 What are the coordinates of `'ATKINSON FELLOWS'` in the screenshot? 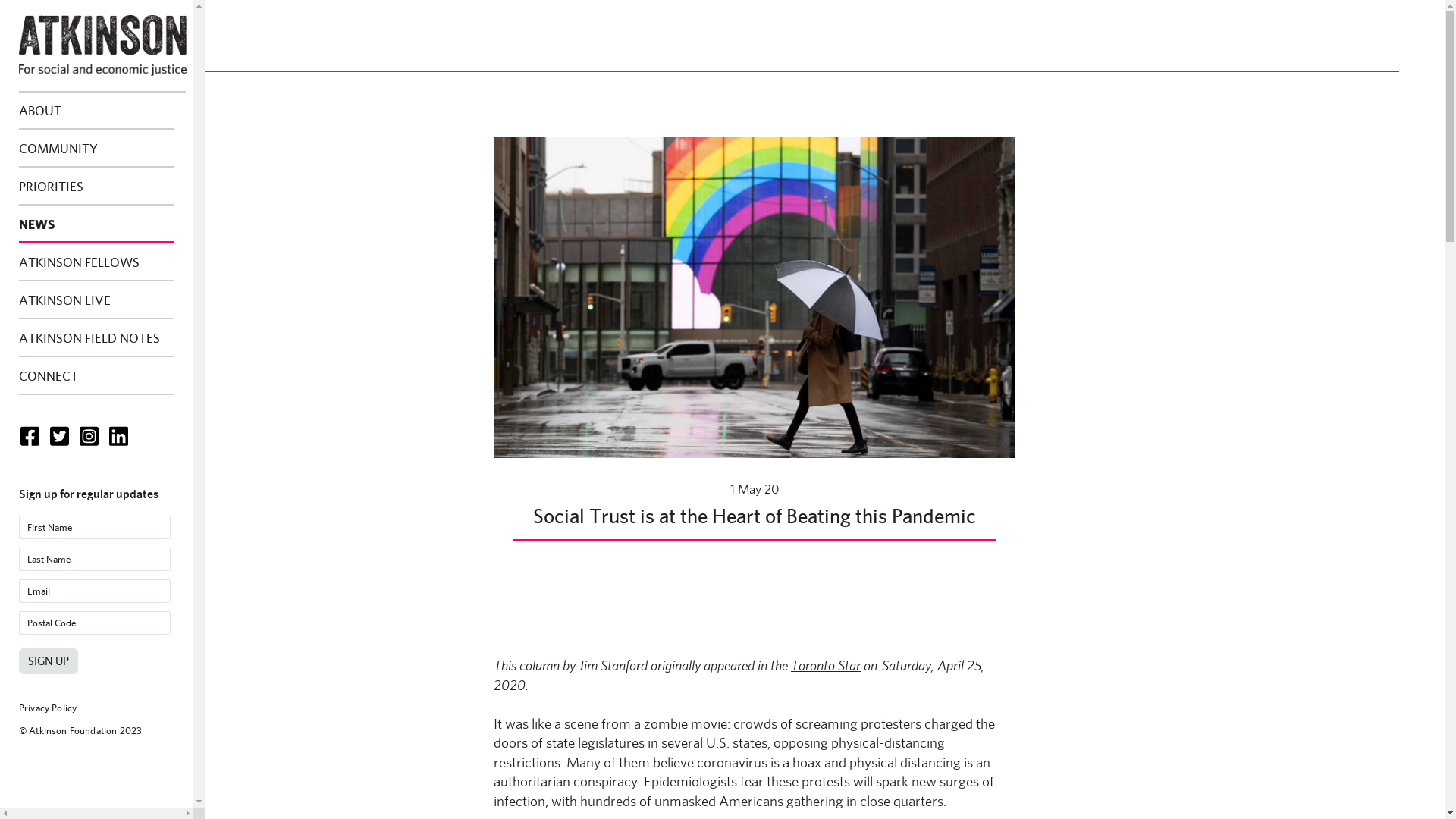 It's located at (96, 262).